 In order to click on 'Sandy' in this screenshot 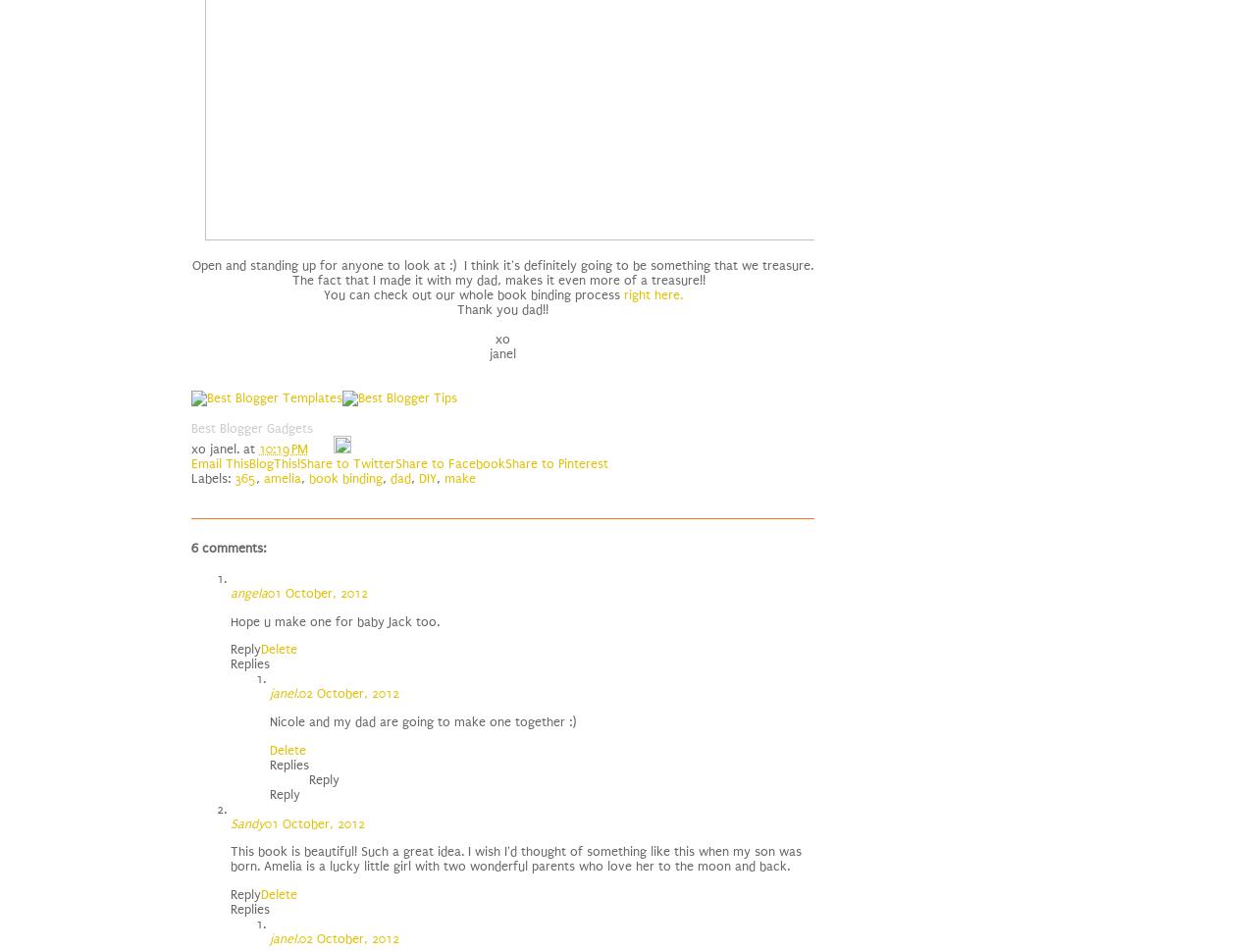, I will do `click(246, 821)`.